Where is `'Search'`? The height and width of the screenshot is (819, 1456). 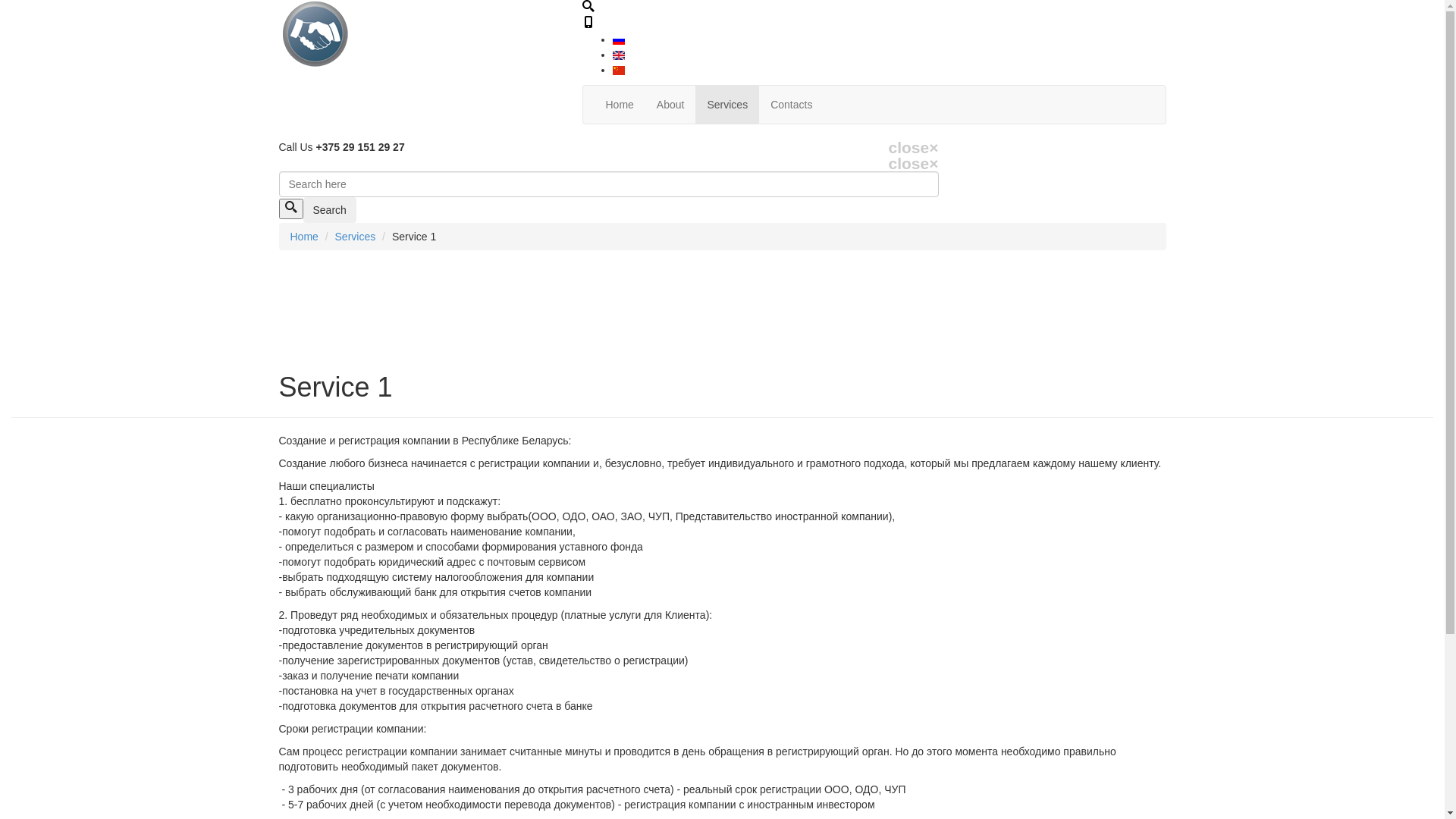
'Search' is located at coordinates (329, 210).